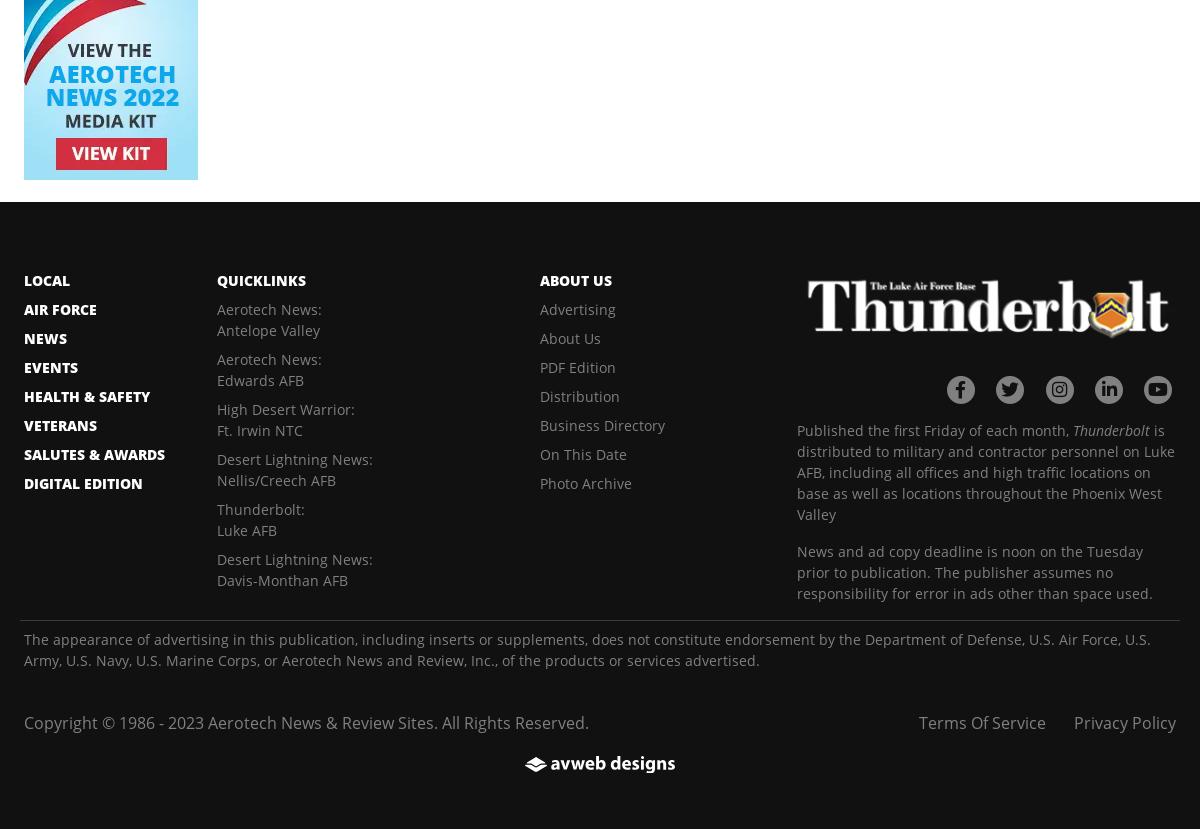 The image size is (1200, 829). What do you see at coordinates (796, 570) in the screenshot?
I see `'News and ad copy deadline is noon on the Tuesday prior to publication. The publisher assumes no responsibility for error in ads other than space used.'` at bounding box center [796, 570].